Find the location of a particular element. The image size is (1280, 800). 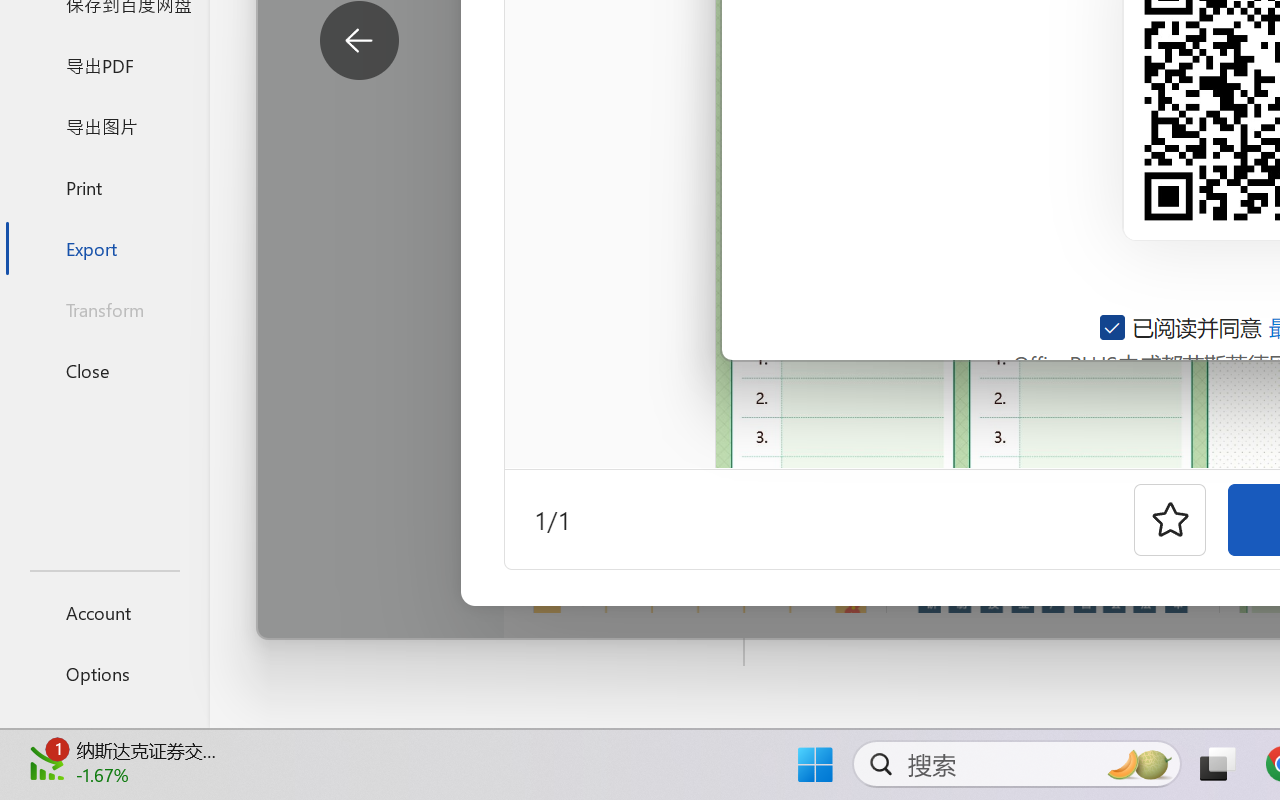

'Transform' is located at coordinates (103, 308).